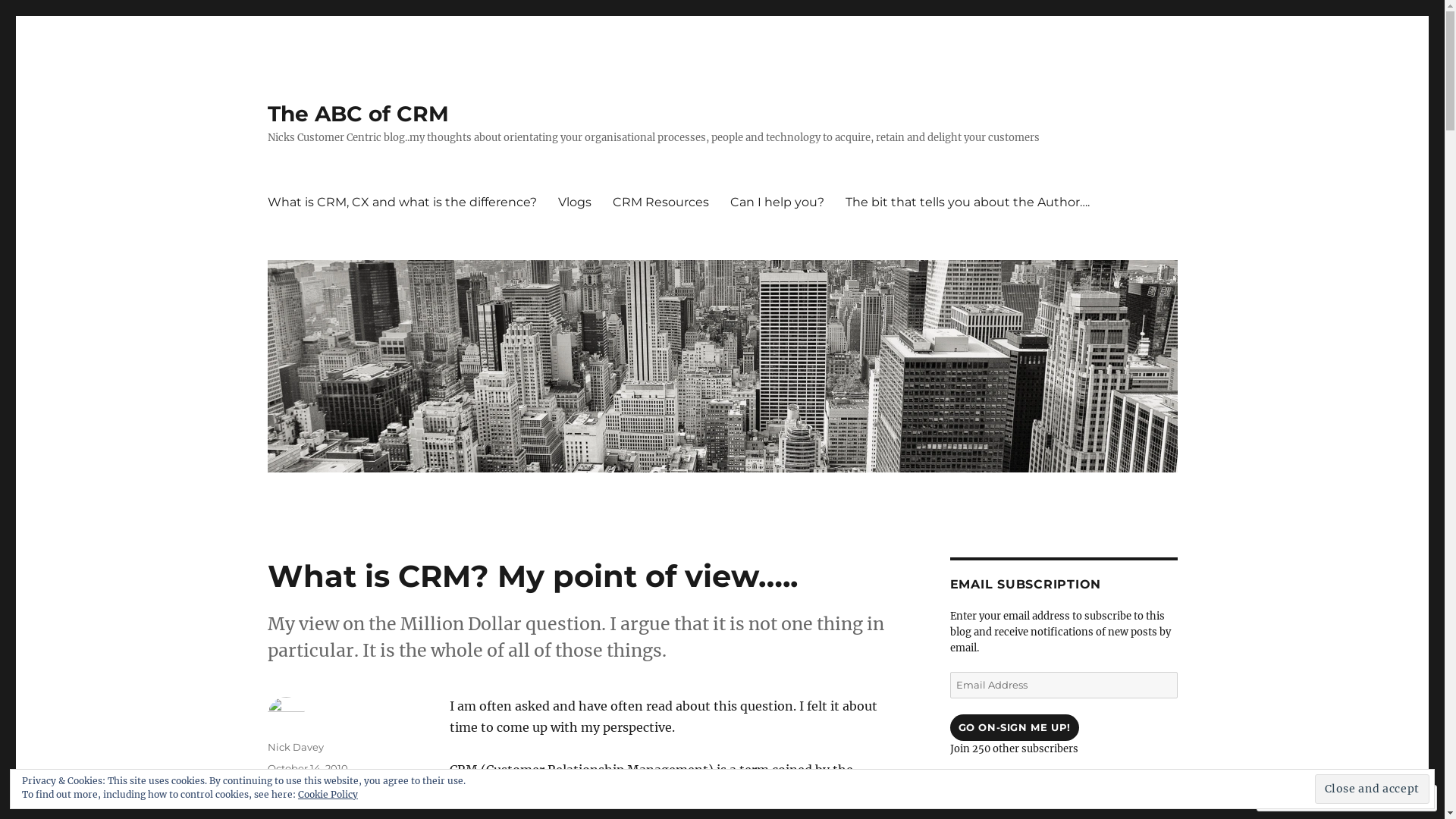 This screenshot has width=1456, height=819. Describe the element at coordinates (356, 113) in the screenshot. I see `'The ABC of CRM'` at that location.